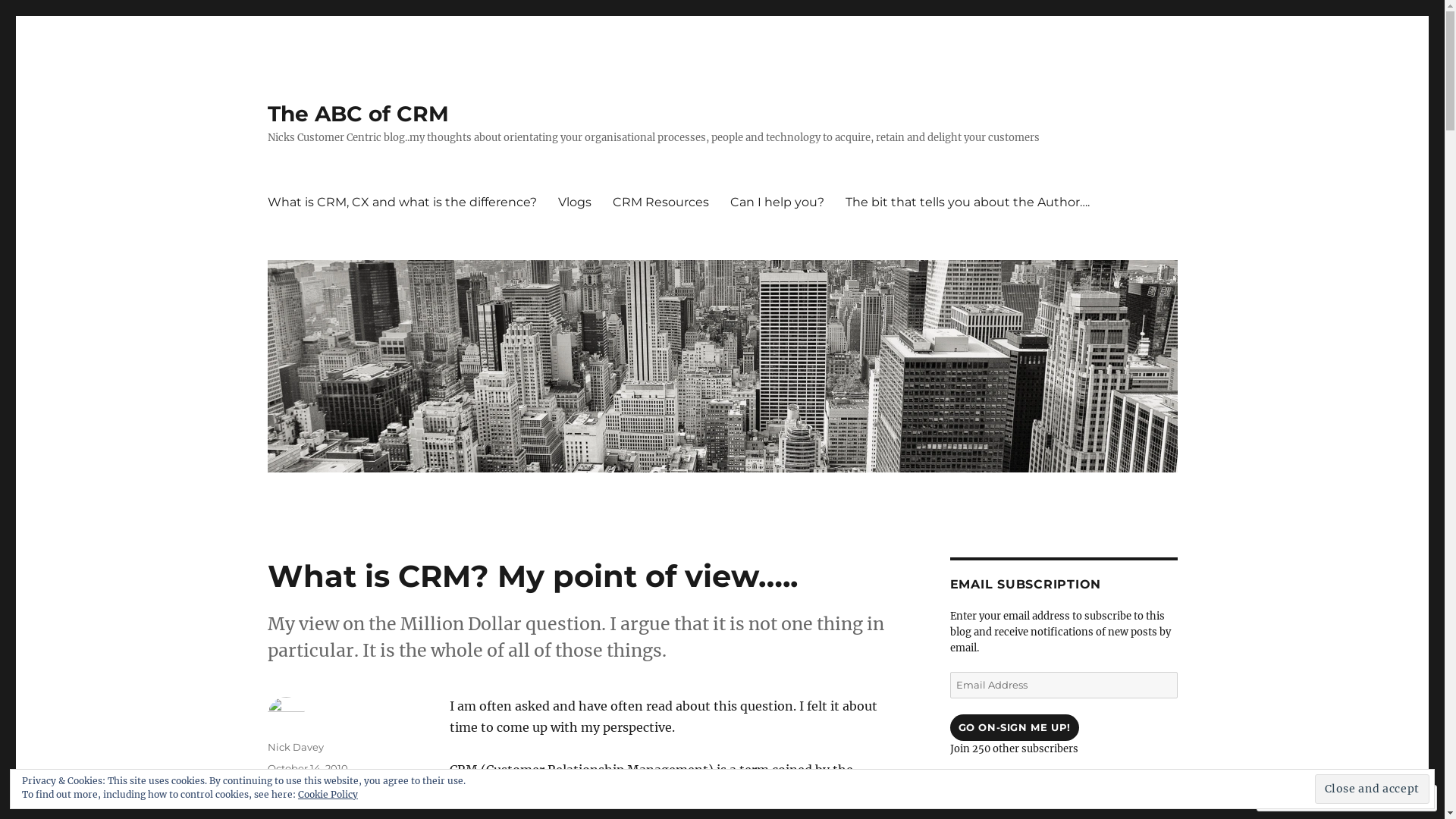 This screenshot has width=1456, height=819. Describe the element at coordinates (356, 113) in the screenshot. I see `'The ABC of CRM'` at that location.